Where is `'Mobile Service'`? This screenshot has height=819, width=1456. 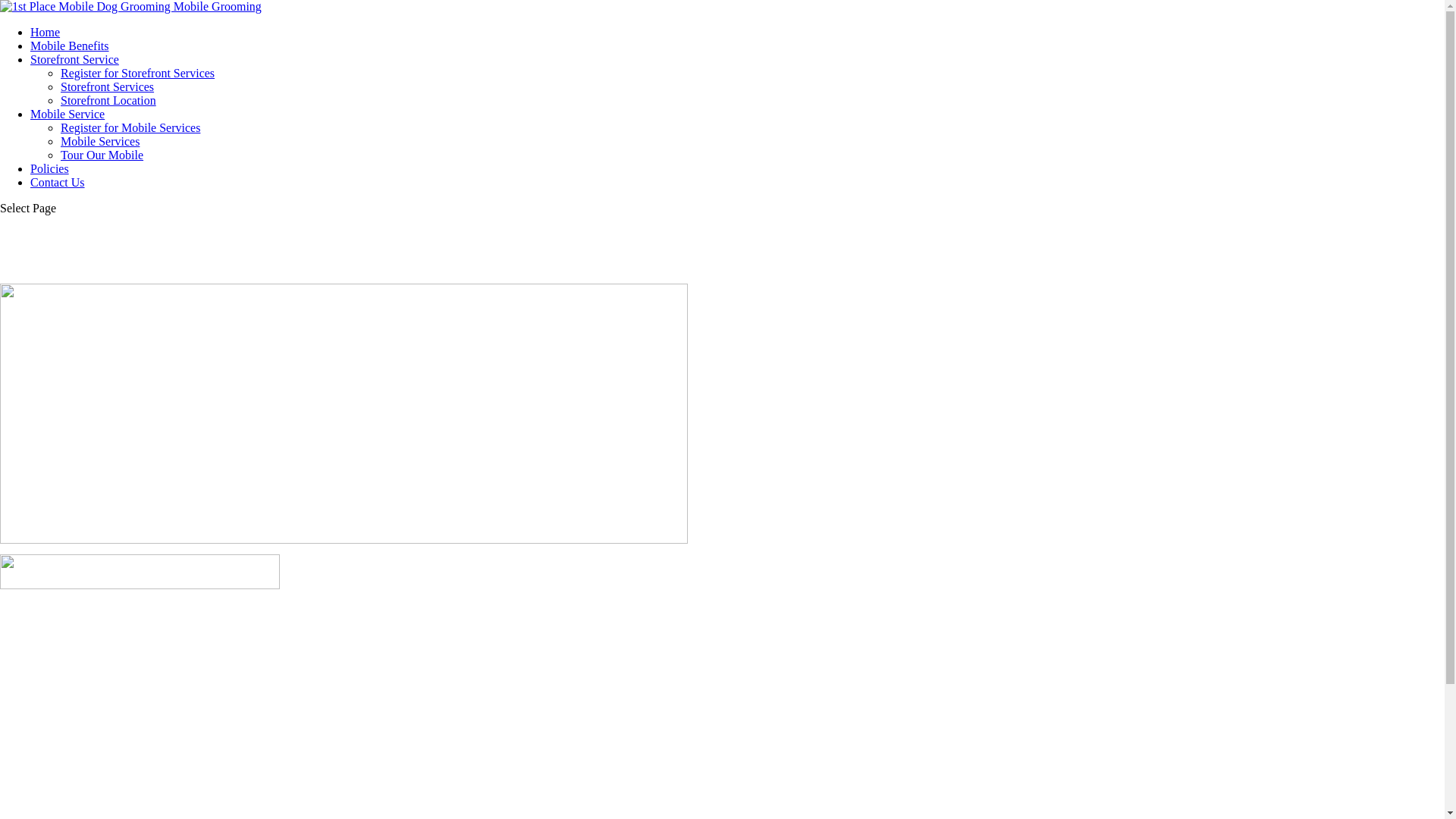
'Mobile Service' is located at coordinates (67, 113).